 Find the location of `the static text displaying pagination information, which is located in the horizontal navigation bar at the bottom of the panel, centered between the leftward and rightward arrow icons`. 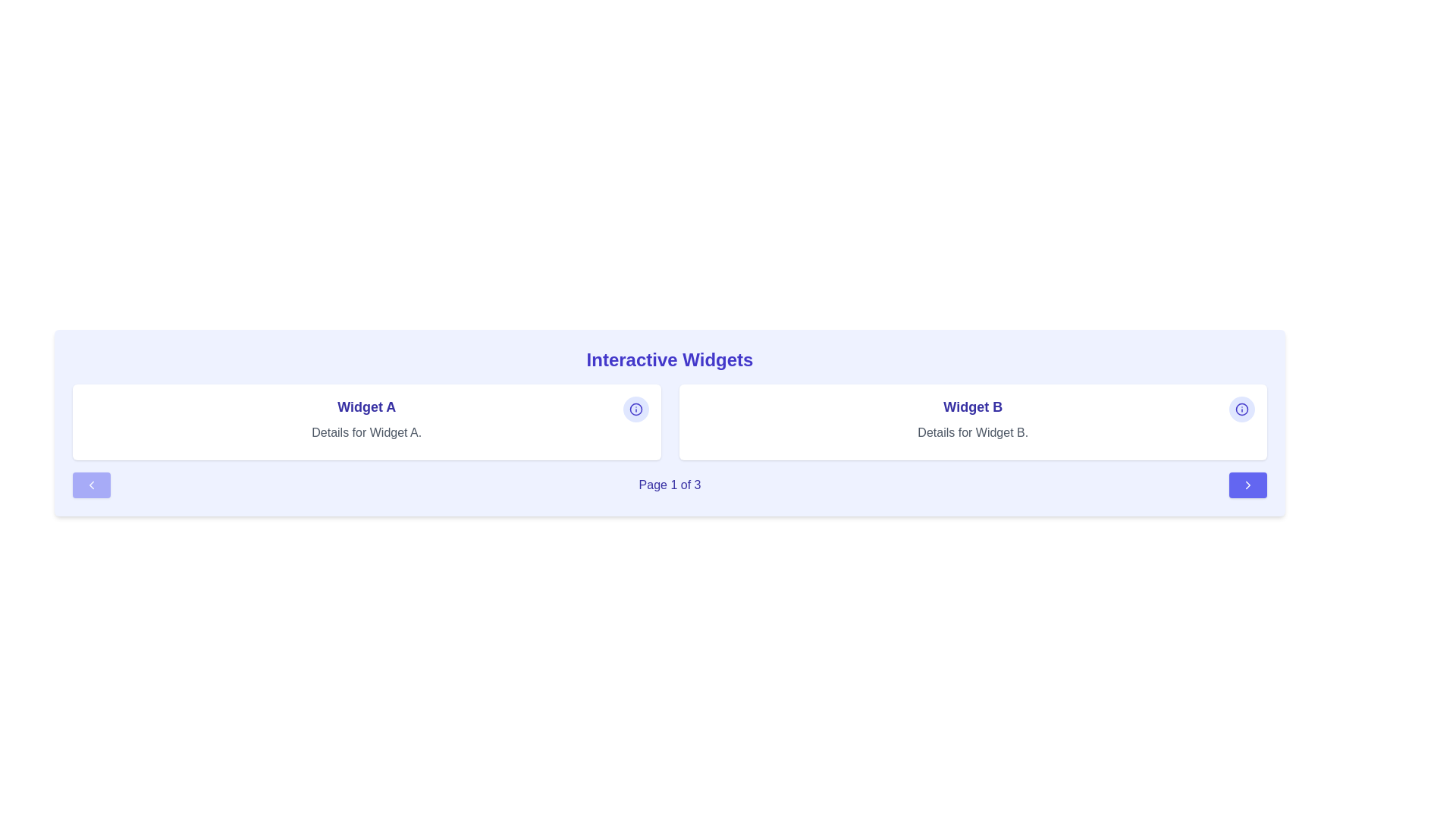

the static text displaying pagination information, which is located in the horizontal navigation bar at the bottom of the panel, centered between the leftward and rightward arrow icons is located at coordinates (669, 485).